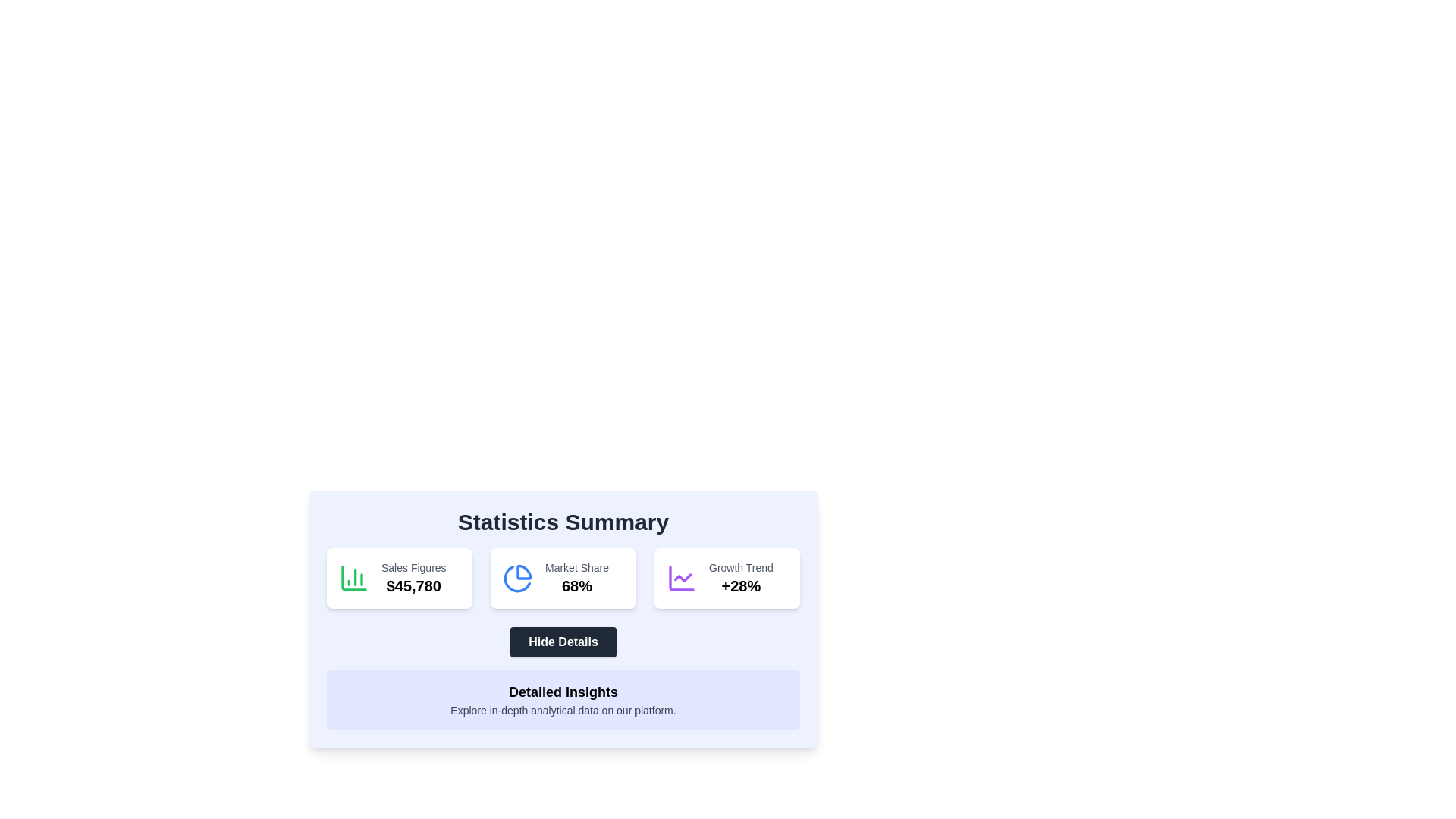 The image size is (1456, 819). What do you see at coordinates (517, 579) in the screenshot?
I see `the Market Share icon located to the left of the Market Share text and percentage values` at bounding box center [517, 579].